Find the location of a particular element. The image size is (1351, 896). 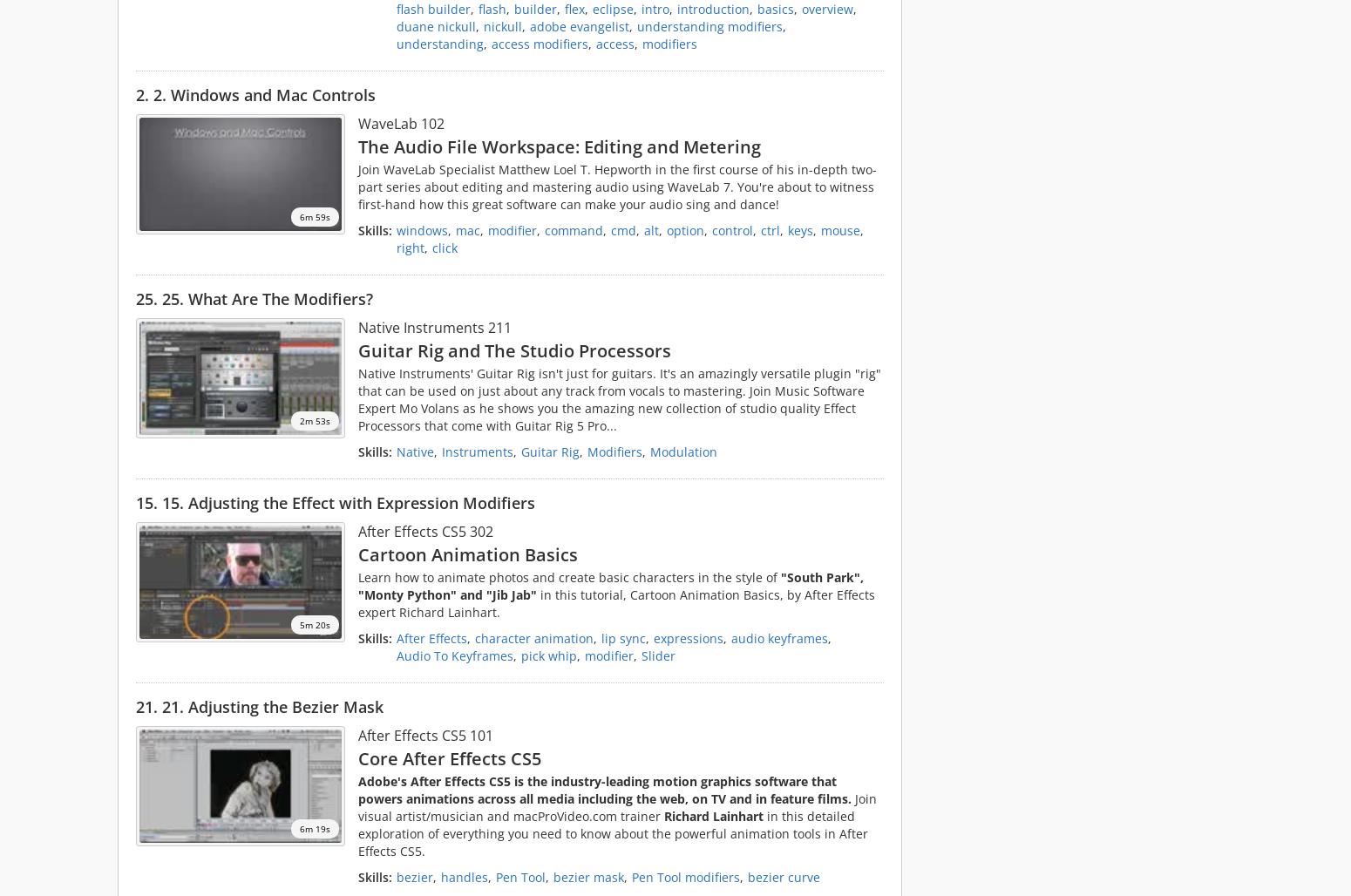

'click' is located at coordinates (444, 247).